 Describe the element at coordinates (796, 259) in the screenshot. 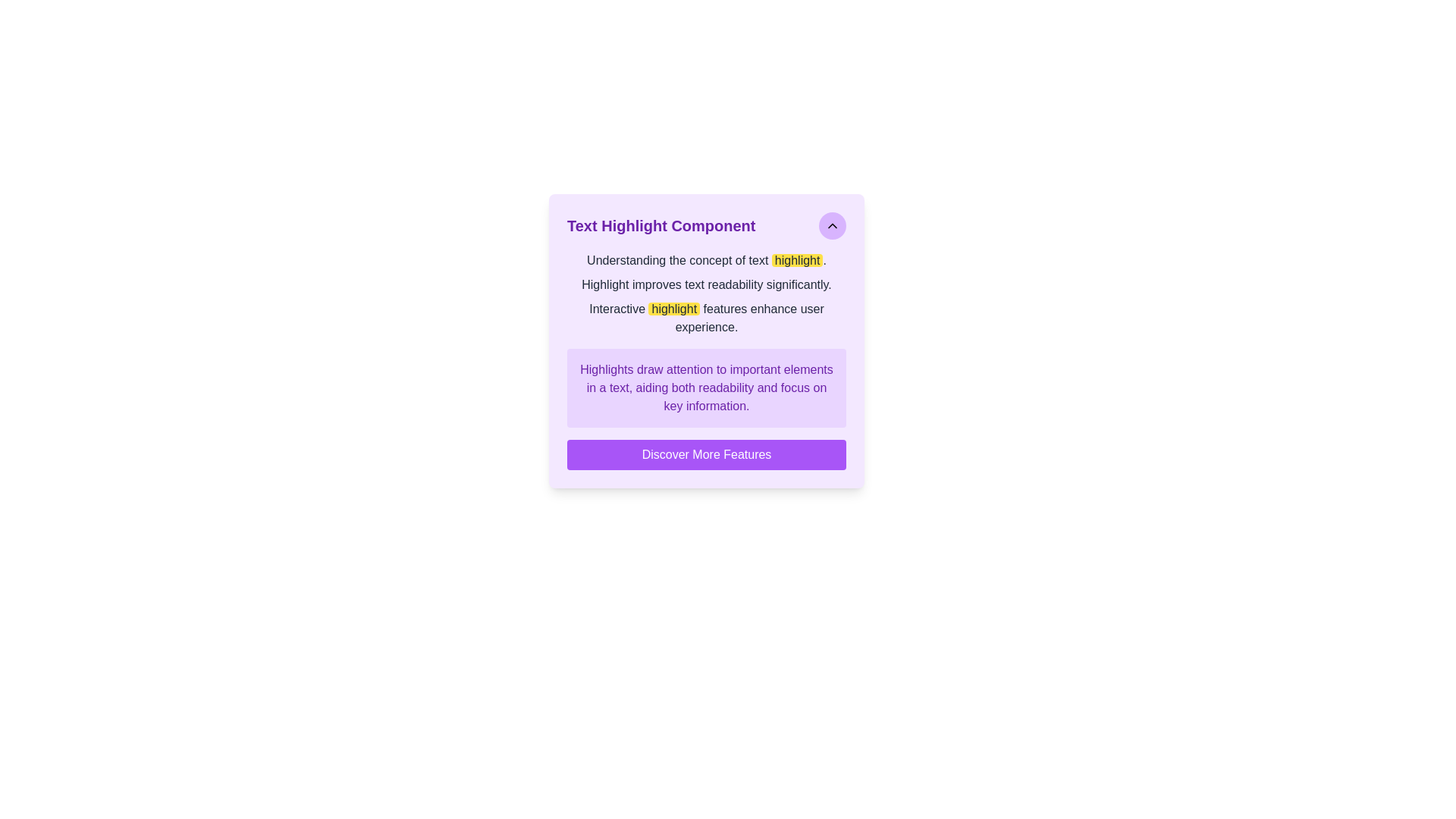

I see `the highlighted word 'highlight' which emphasizes the term in the sentence 'Understanding the concept of text highlight.' located on the right-hand side of the first text line within the purple card area` at that location.